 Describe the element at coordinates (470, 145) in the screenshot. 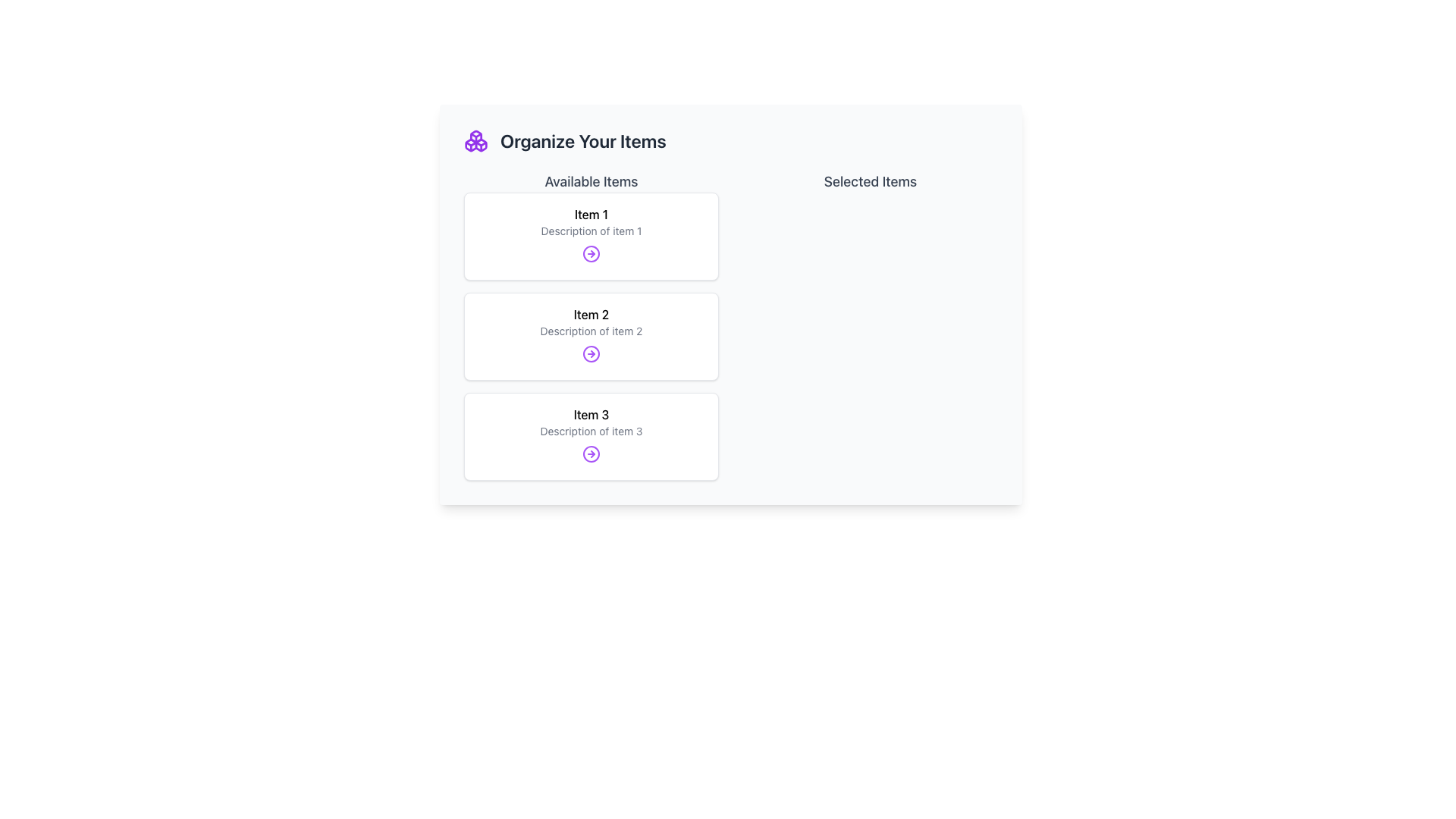

I see `the purple-colored, box-like figure with an angular contour located in the lower-left quadrant of the highlighted SVG icon at the top-left of the interface` at that location.